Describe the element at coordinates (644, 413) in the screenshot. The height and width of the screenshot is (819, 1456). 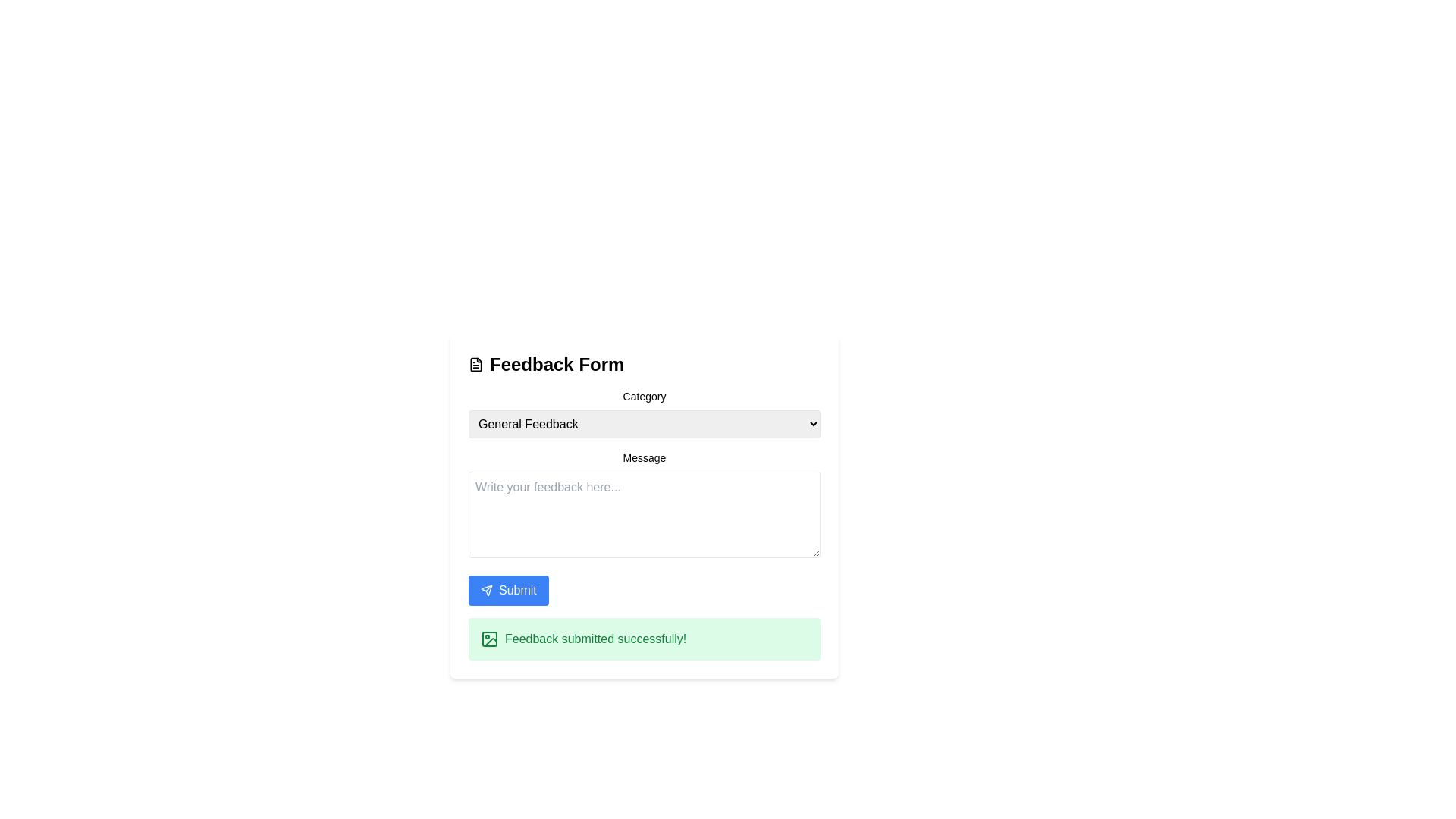
I see `the category from the dropdown menu located below the 'Category' label in the feedback form, then press the arrow keys to navigate through the options` at that location.